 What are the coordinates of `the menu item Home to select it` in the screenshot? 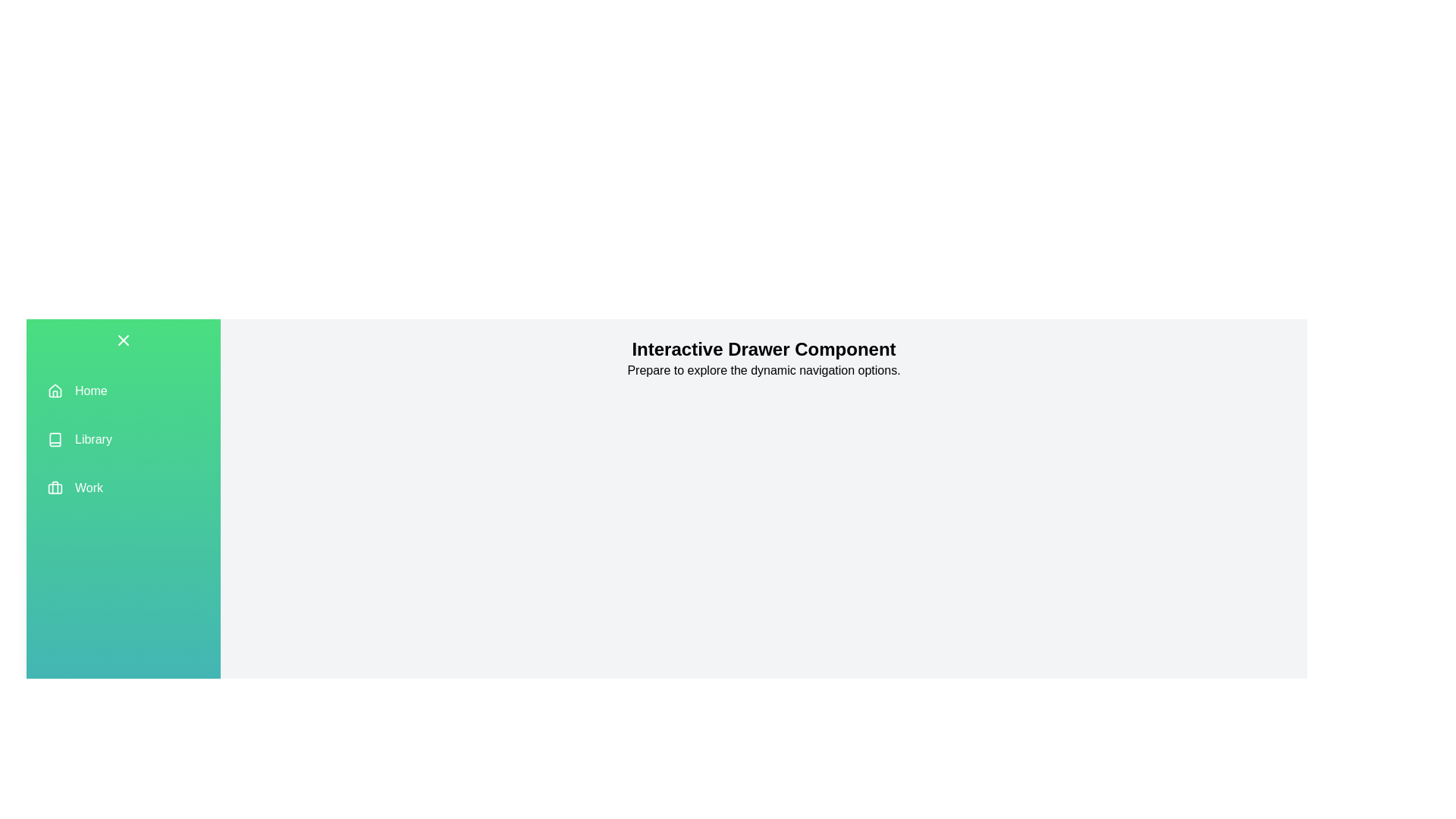 It's located at (124, 391).